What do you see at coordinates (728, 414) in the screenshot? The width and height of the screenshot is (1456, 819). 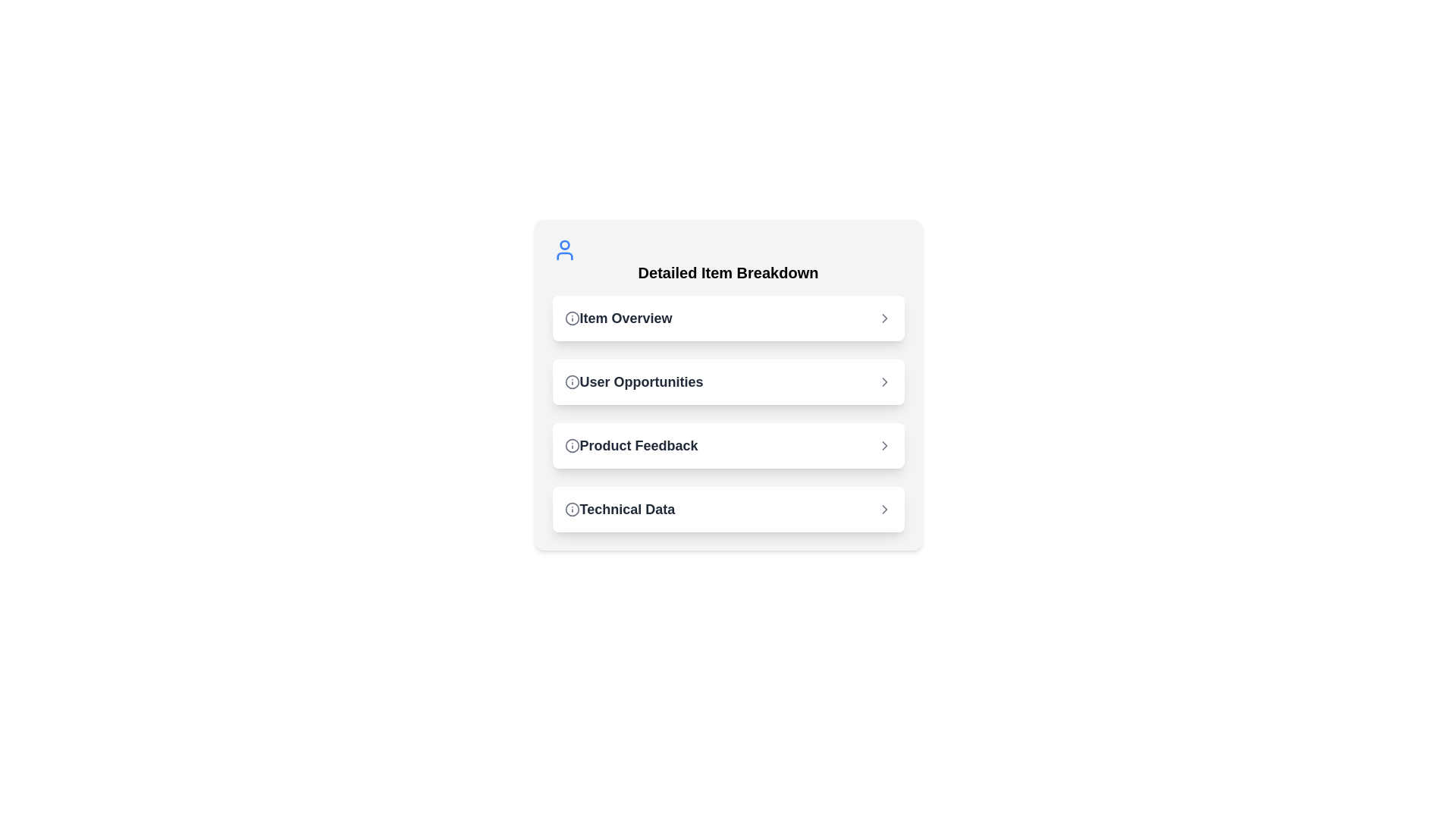 I see `the second item in the vertical menu list labeled 'User Opportunities'` at bounding box center [728, 414].